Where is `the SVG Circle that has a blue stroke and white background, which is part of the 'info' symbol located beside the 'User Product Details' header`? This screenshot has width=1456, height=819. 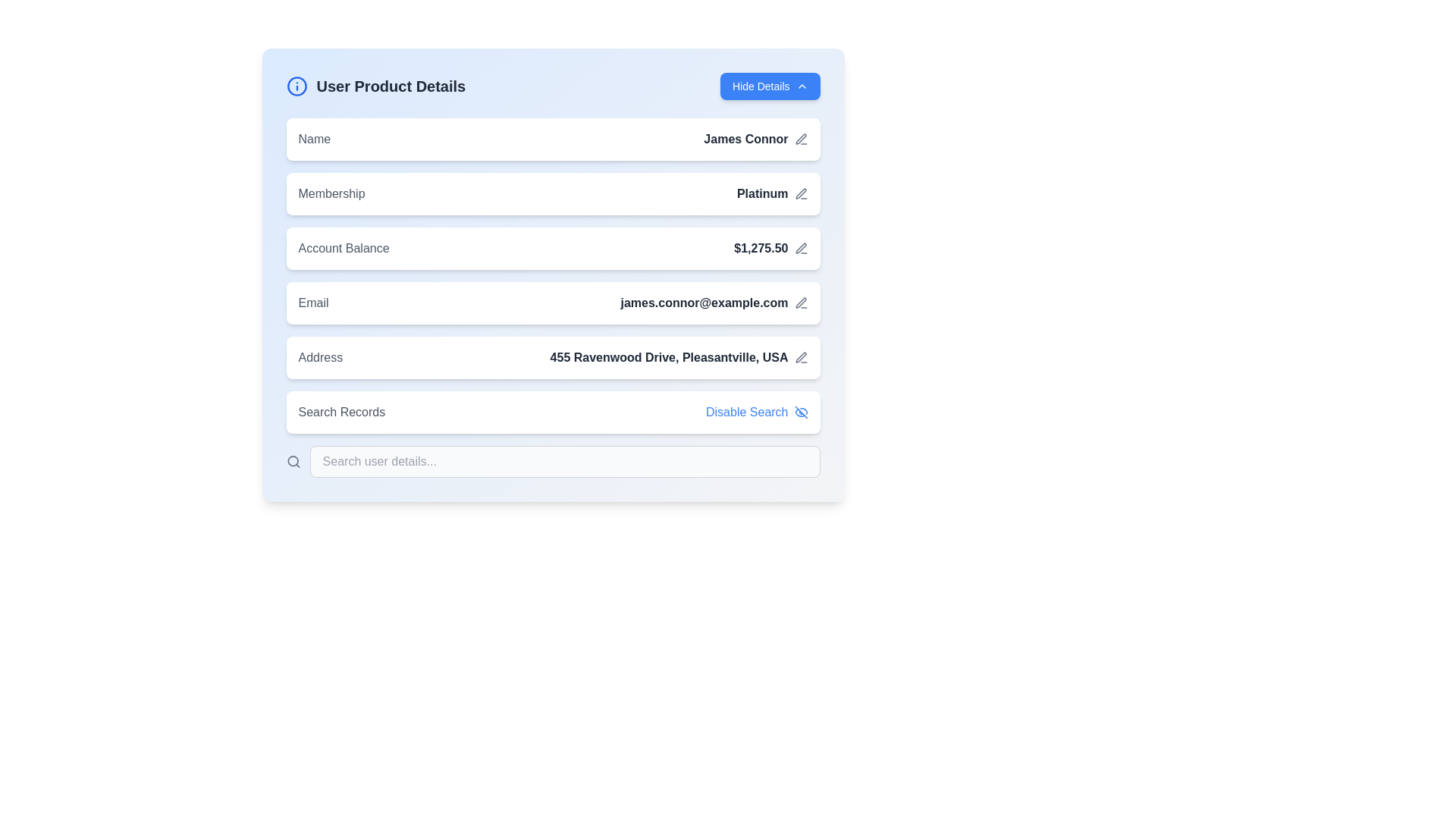 the SVG Circle that has a blue stroke and white background, which is part of the 'info' symbol located beside the 'User Product Details' header is located at coordinates (297, 86).